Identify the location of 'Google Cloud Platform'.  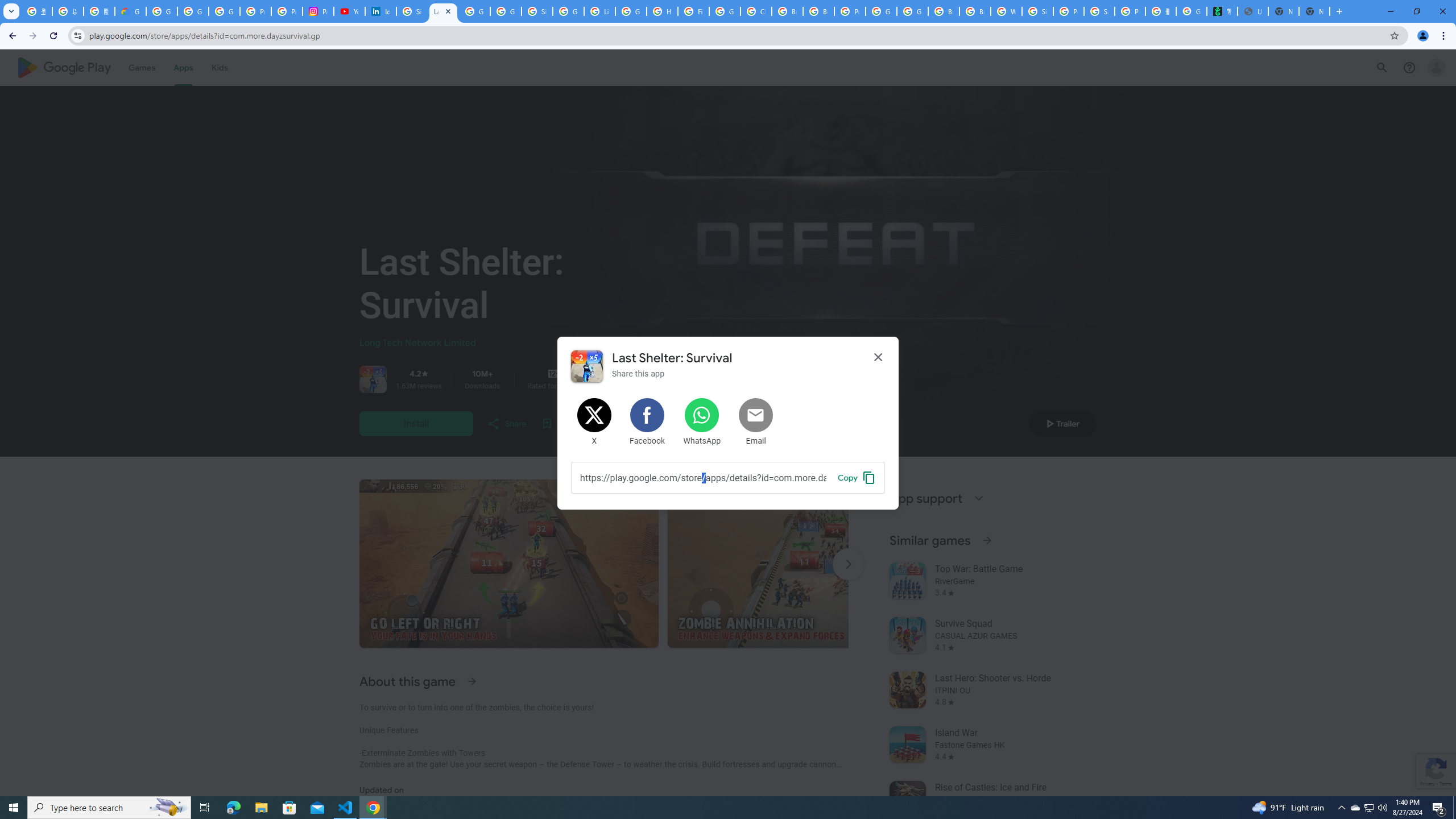
(881, 11).